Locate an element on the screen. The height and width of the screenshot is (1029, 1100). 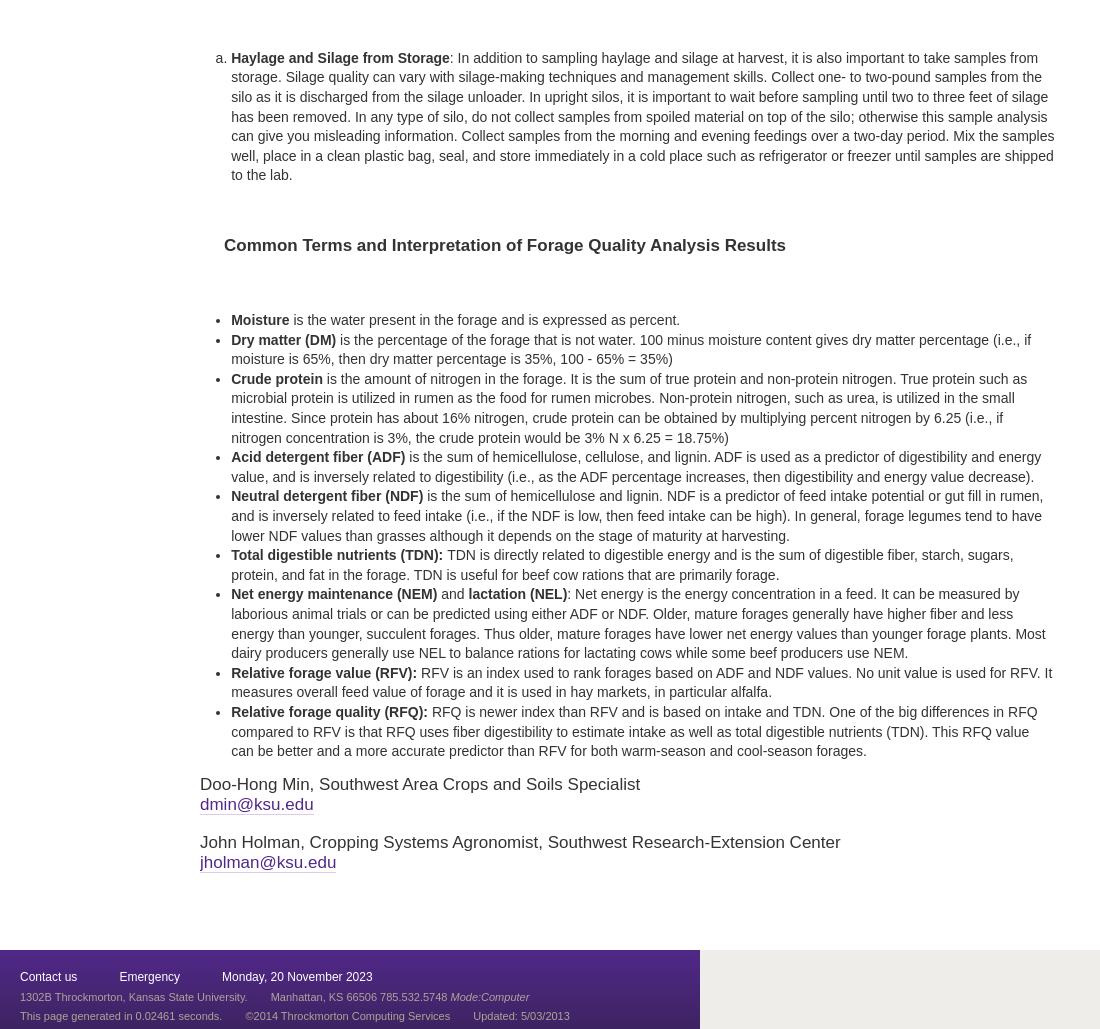
': In addition to sampling haylage and silage at harvest, it is also important to take samples from storage. Silage quality can vary with silage-making techniques and management skills. Collect one- to two-pound samples from the silo as it is discharged from the silage unloader. In upright silos, it is important to wait before sampling until two to three feet of silage has been removed. In any type of silo, do not collect samples from spoiled material on top of the silo; otherwise this sample analysis can give you misleading information. Collect samples from the morning and evening feedings over a two-day period. Mix the samples well, place in a clean plastic bag, seal, and store immediately in a cold place such as refrigerator or freezer until samples are shipped to the lab.' is located at coordinates (231, 114).